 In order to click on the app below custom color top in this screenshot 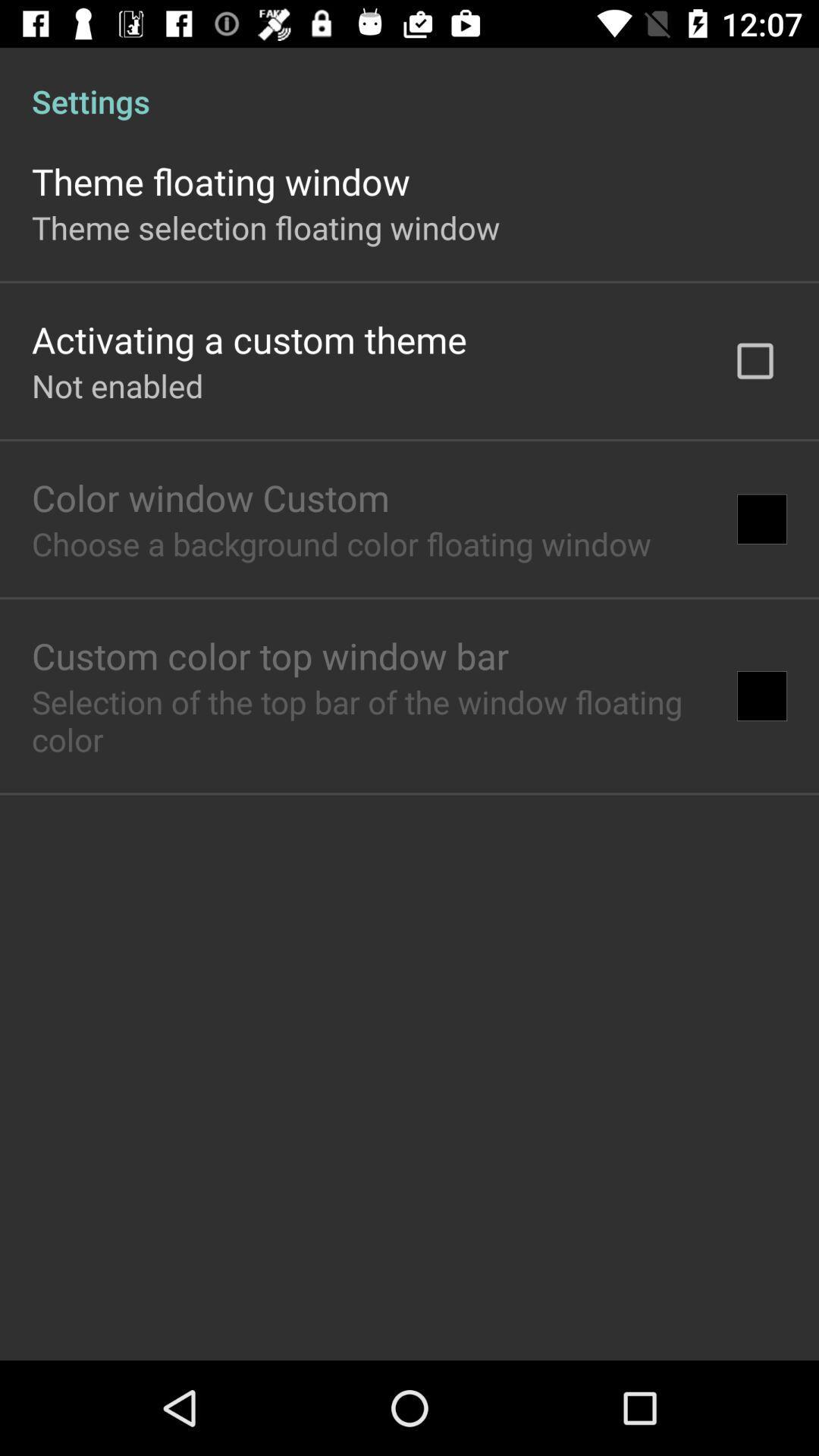, I will do `click(369, 720)`.